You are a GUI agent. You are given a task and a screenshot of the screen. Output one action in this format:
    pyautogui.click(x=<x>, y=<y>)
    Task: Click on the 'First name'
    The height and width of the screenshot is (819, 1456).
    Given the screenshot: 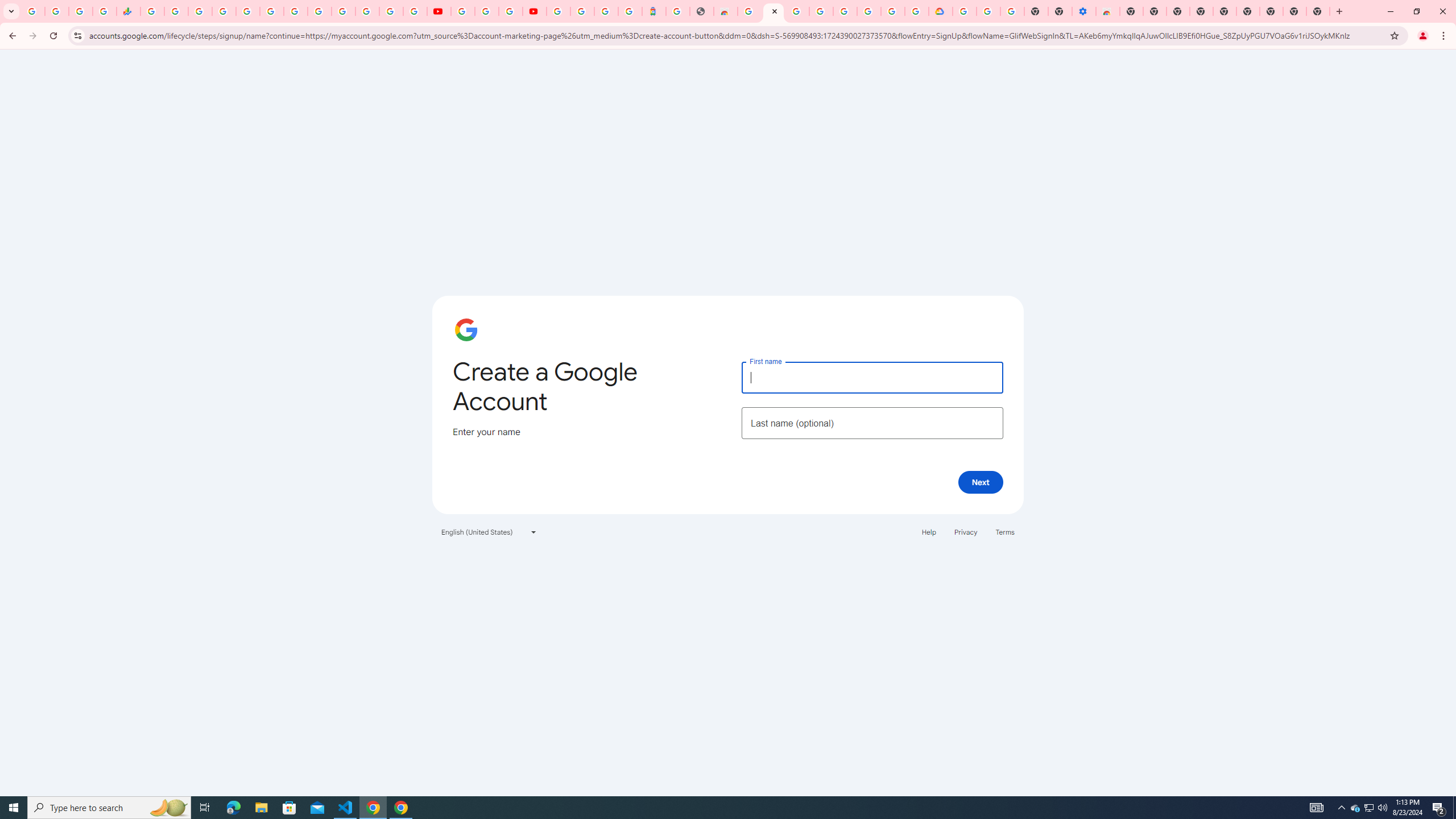 What is the action you would take?
    pyautogui.click(x=871, y=377)
    